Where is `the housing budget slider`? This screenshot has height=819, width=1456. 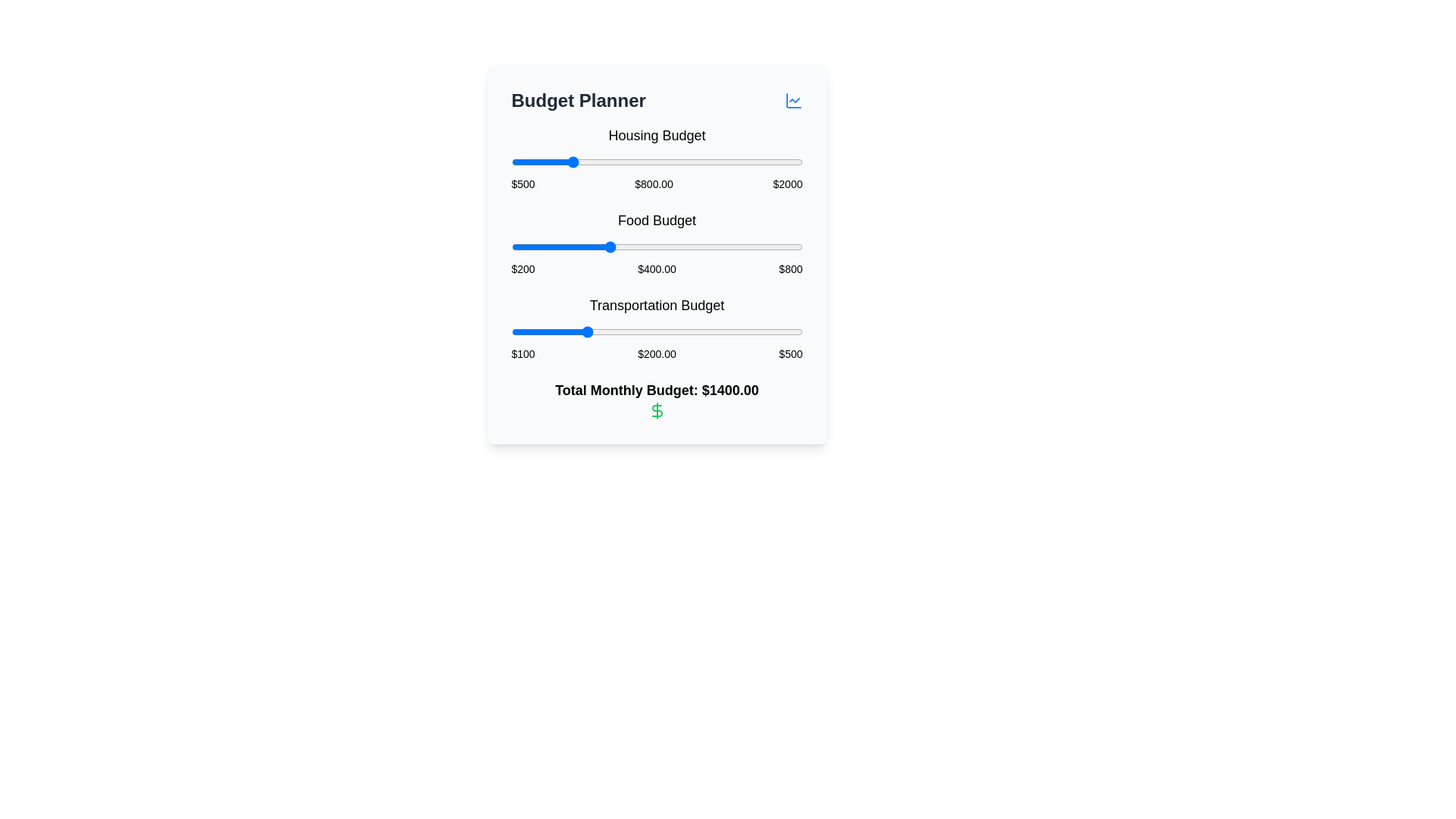 the housing budget slider is located at coordinates (767, 162).